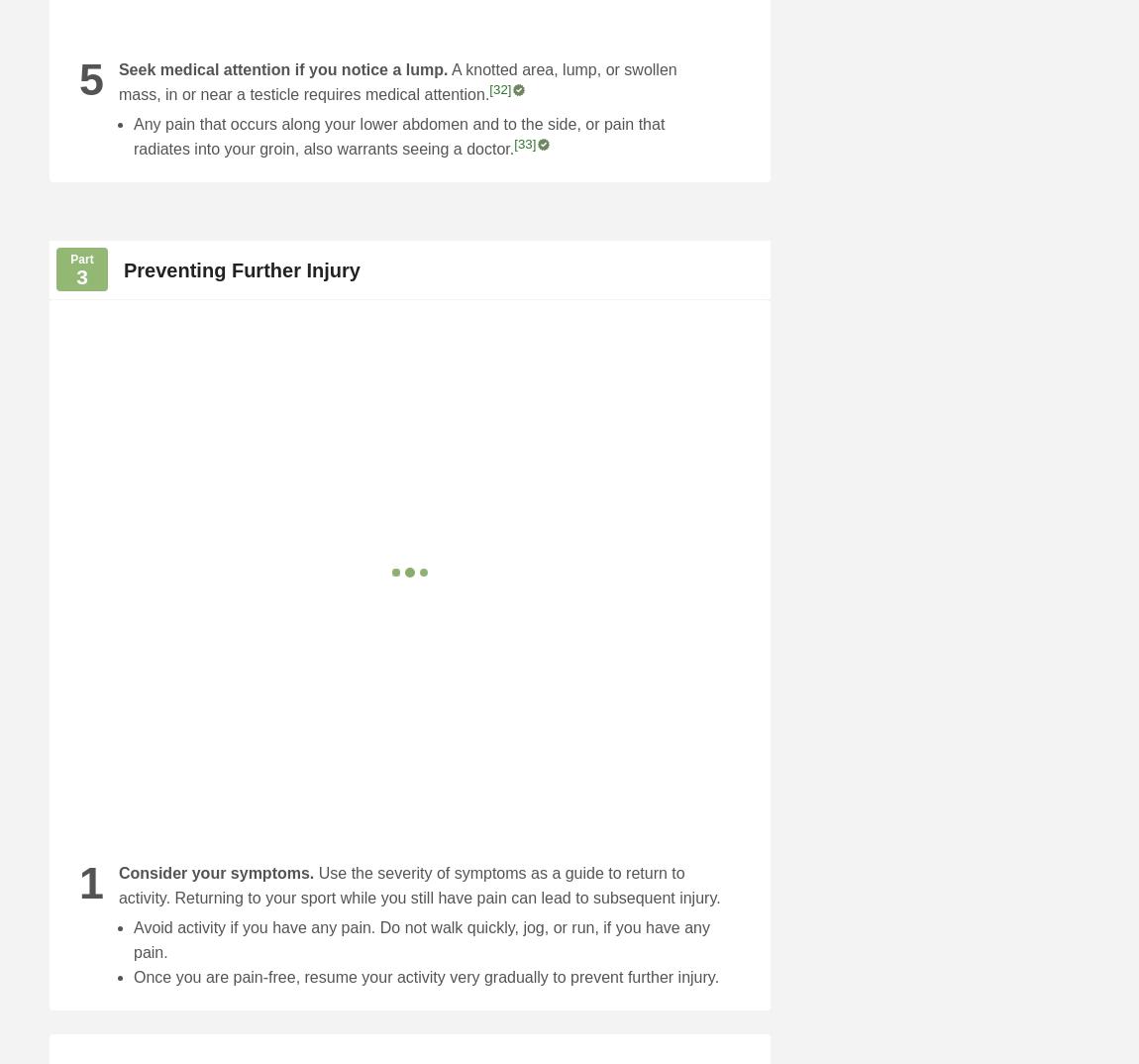 The image size is (1139, 1064). I want to click on 'Use the severity of symptoms as a guide to return to activity. Returning to your sport while you still have pain can lead to subsequent injury.', so click(418, 884).